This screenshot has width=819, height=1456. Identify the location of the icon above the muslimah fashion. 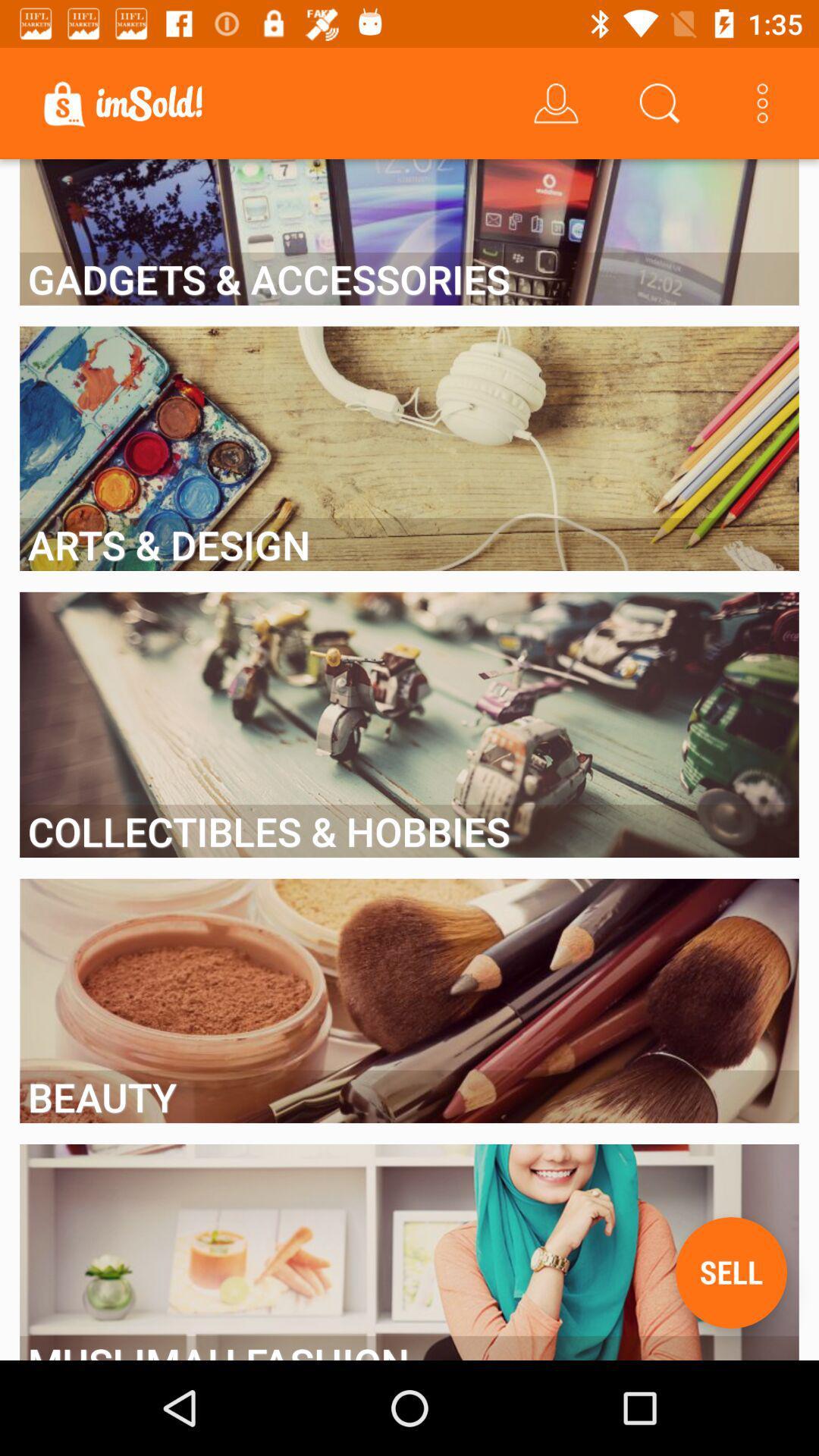
(730, 1272).